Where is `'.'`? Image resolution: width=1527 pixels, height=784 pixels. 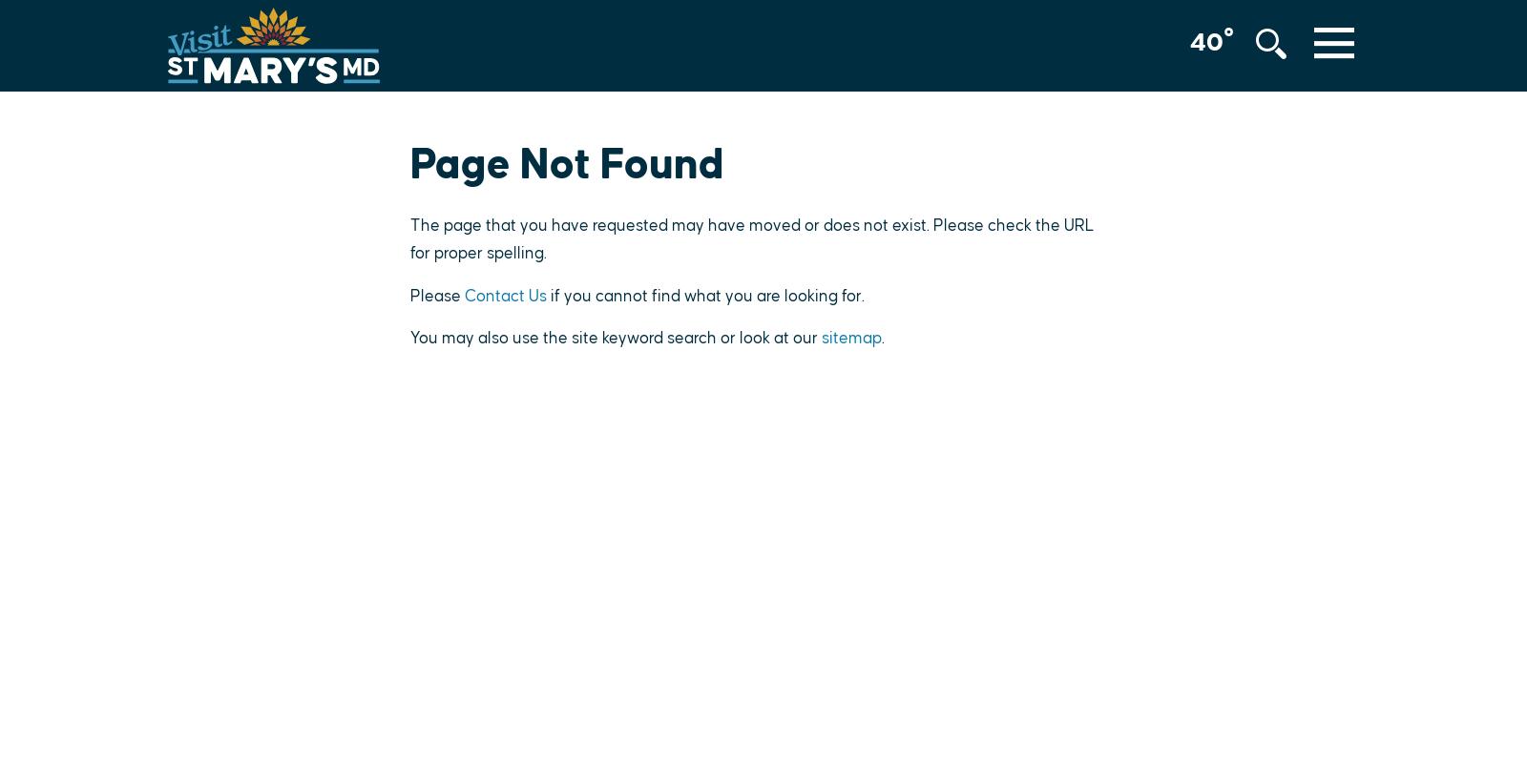
'.' is located at coordinates (882, 338).